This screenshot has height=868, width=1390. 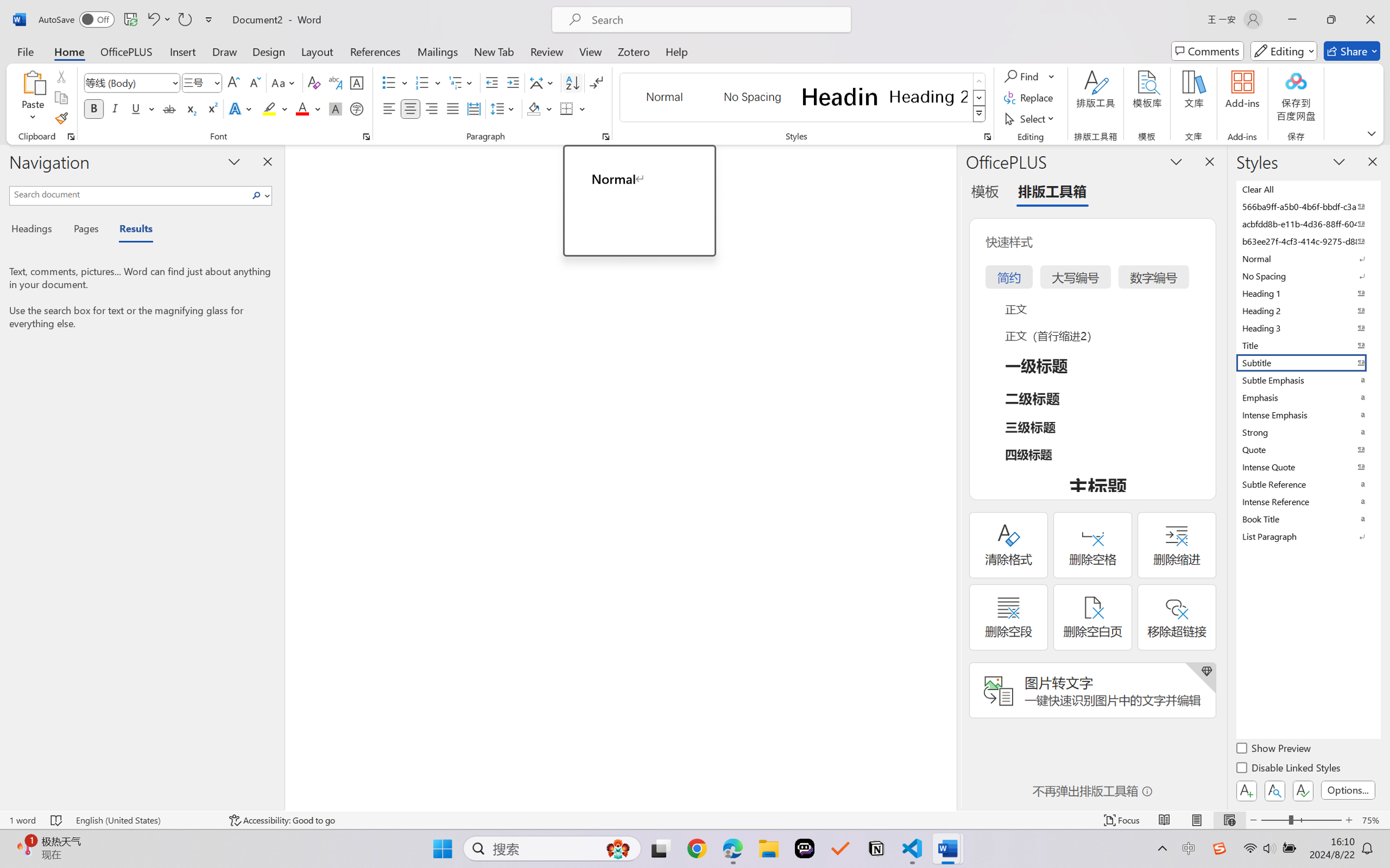 I want to click on 'Show Preview', so click(x=1274, y=749).